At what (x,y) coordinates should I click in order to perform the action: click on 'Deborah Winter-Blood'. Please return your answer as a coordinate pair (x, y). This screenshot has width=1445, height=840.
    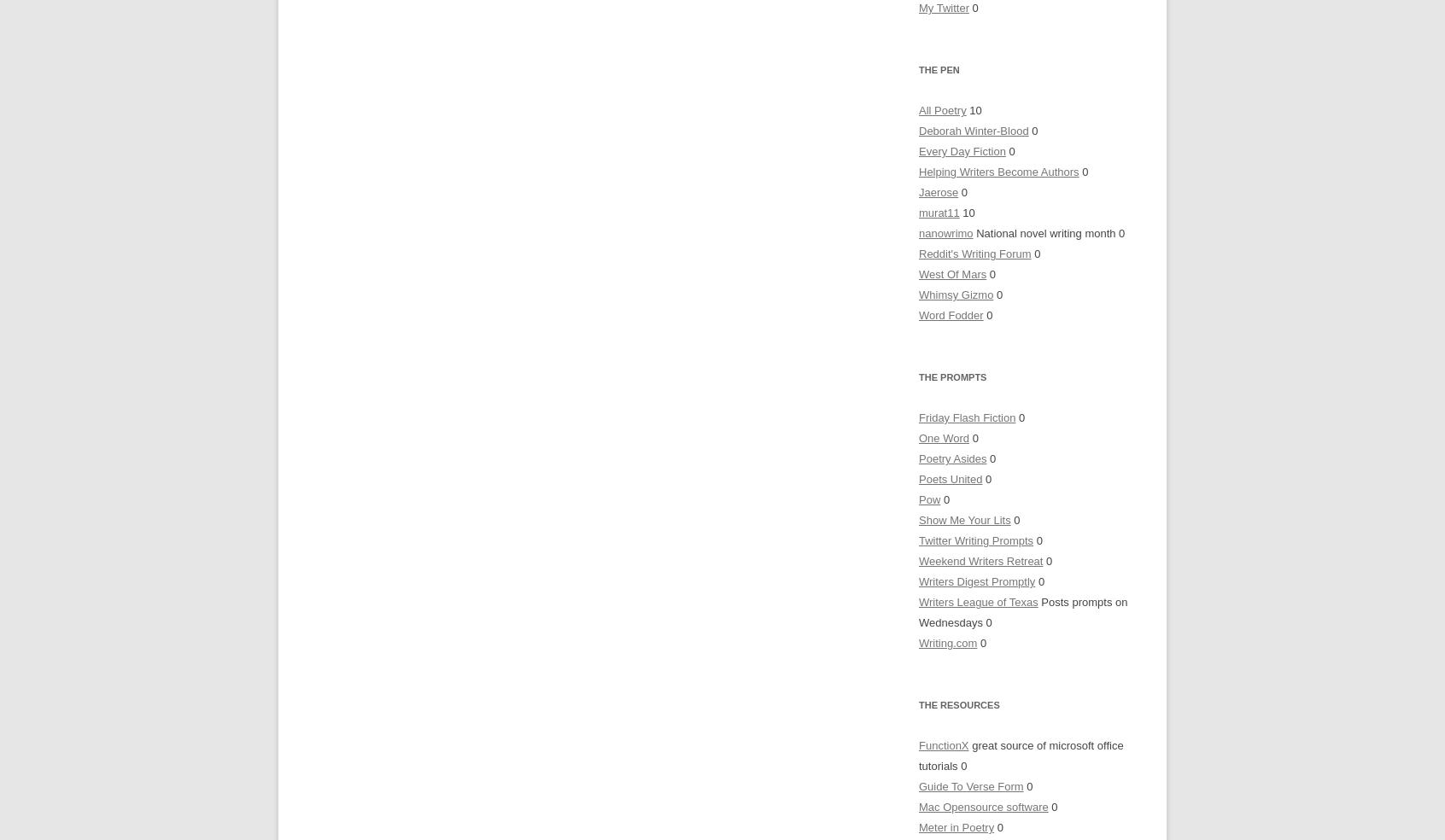
    Looking at the image, I should click on (973, 131).